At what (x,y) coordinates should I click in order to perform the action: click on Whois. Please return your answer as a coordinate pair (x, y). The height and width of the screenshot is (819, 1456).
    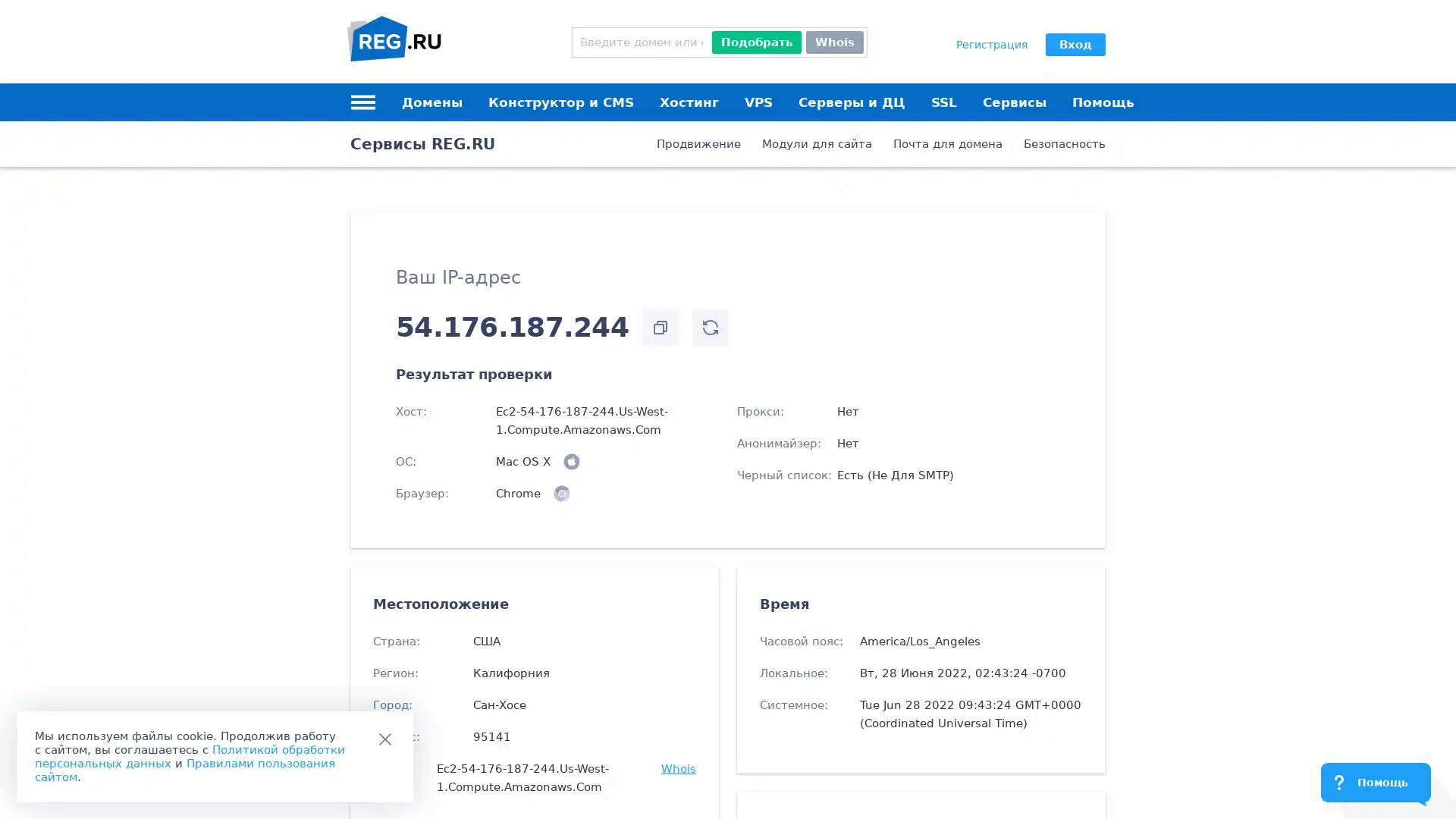
    Looking at the image, I should click on (833, 42).